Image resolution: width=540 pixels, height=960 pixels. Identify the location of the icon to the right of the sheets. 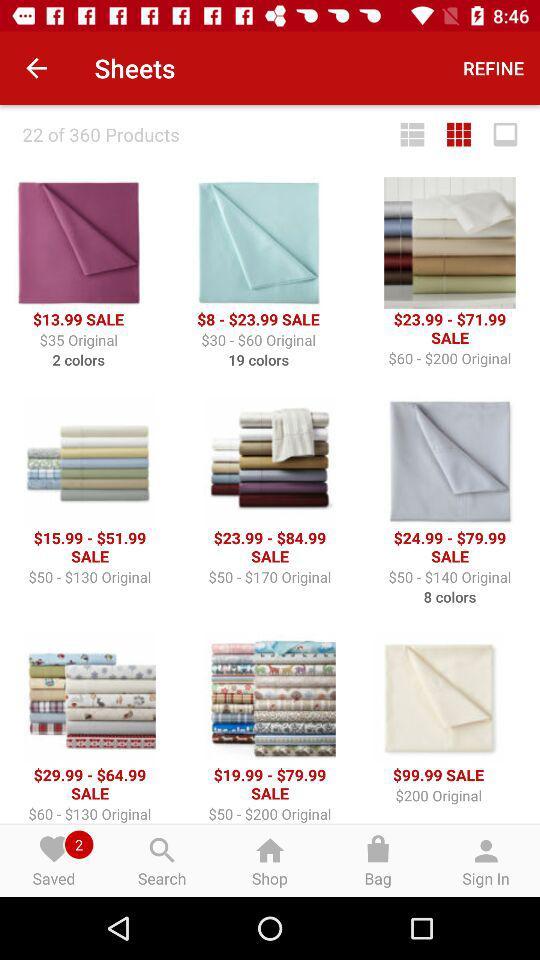
(492, 68).